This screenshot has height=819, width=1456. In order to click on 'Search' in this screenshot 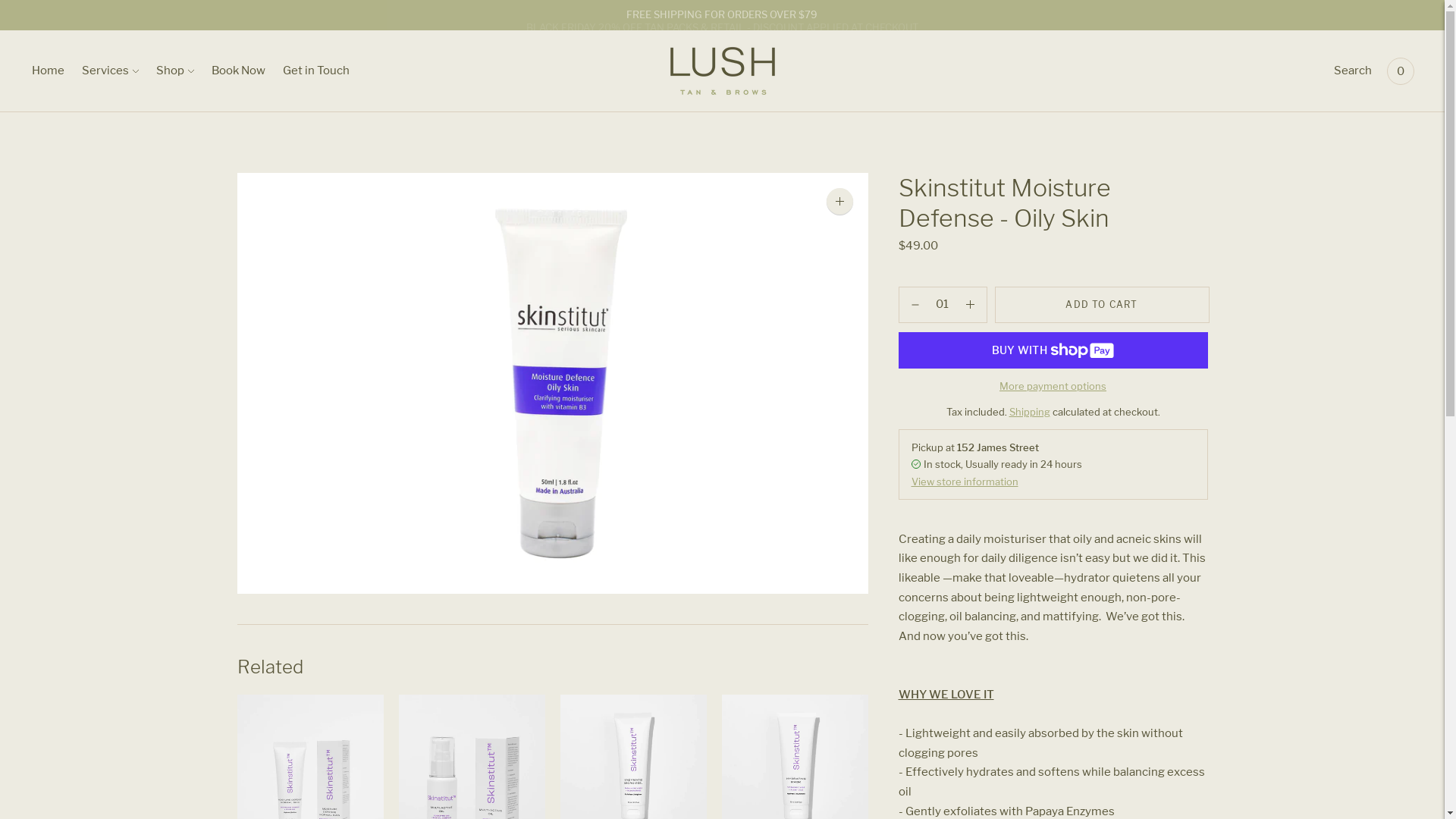, I will do `click(1353, 71)`.